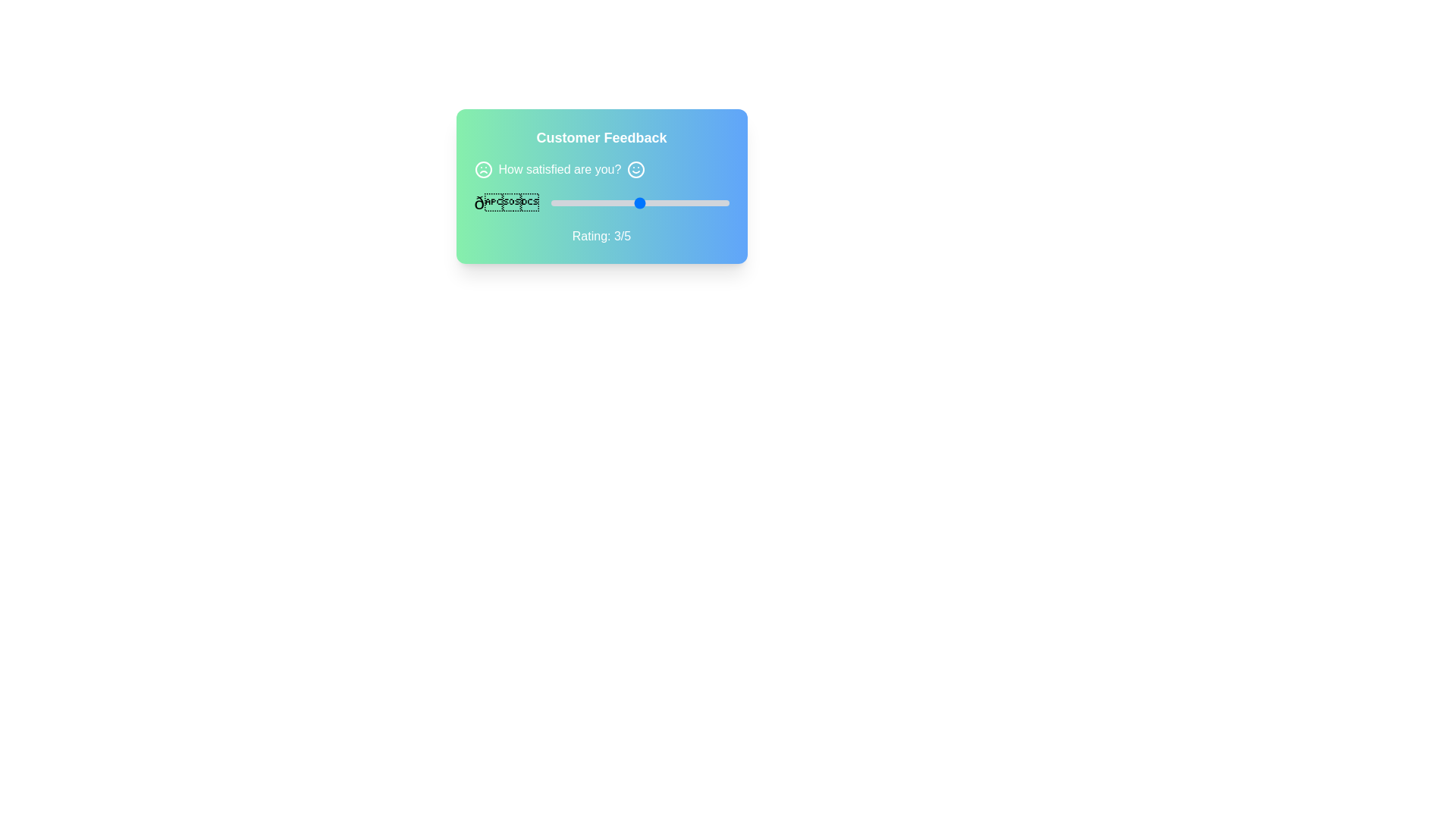 This screenshot has width=1456, height=819. Describe the element at coordinates (683, 202) in the screenshot. I see `rating` at that location.